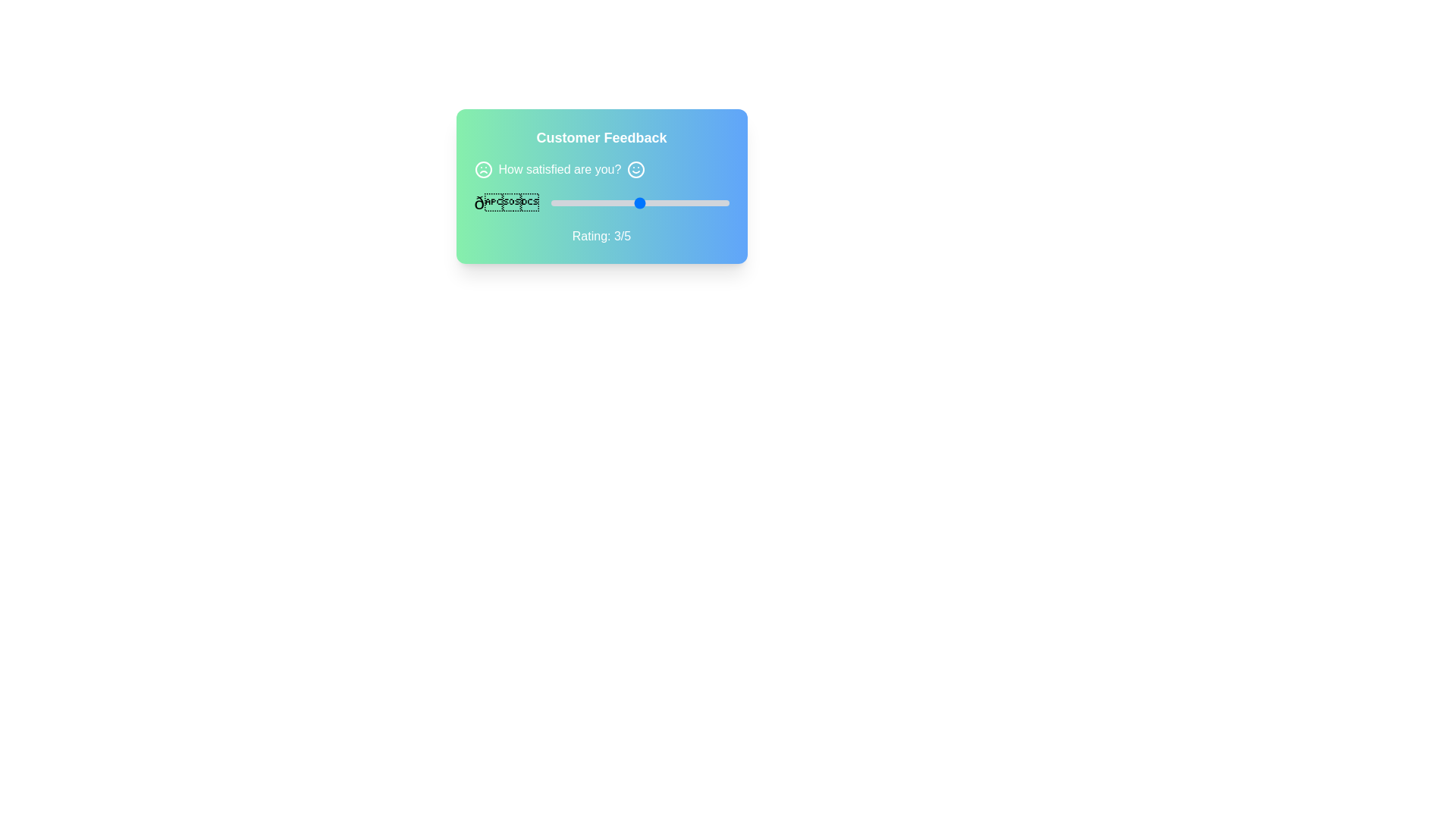 This screenshot has width=1456, height=819. Describe the element at coordinates (683, 202) in the screenshot. I see `rating` at that location.